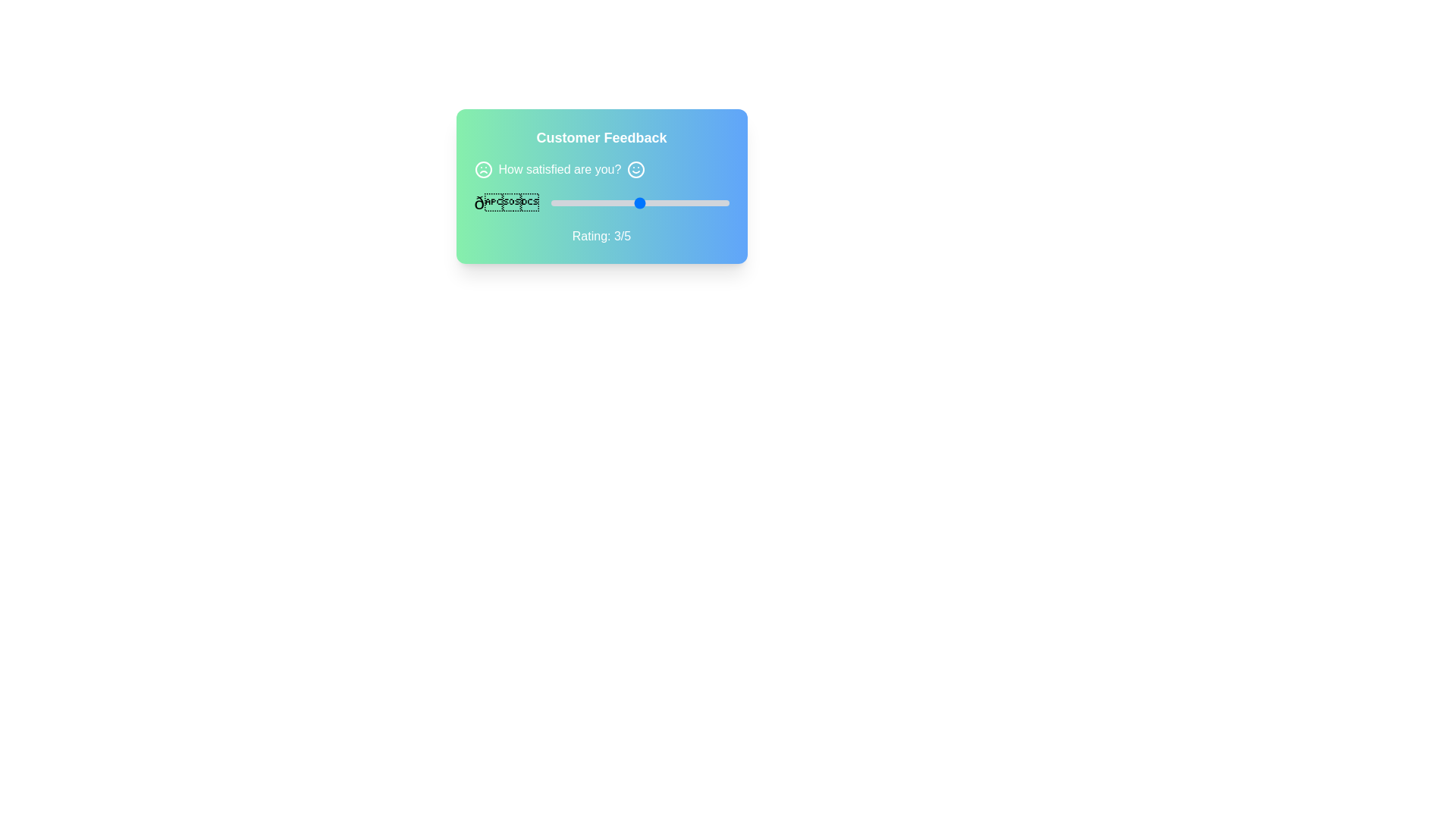 This screenshot has width=1456, height=819. Describe the element at coordinates (683, 202) in the screenshot. I see `rating` at that location.